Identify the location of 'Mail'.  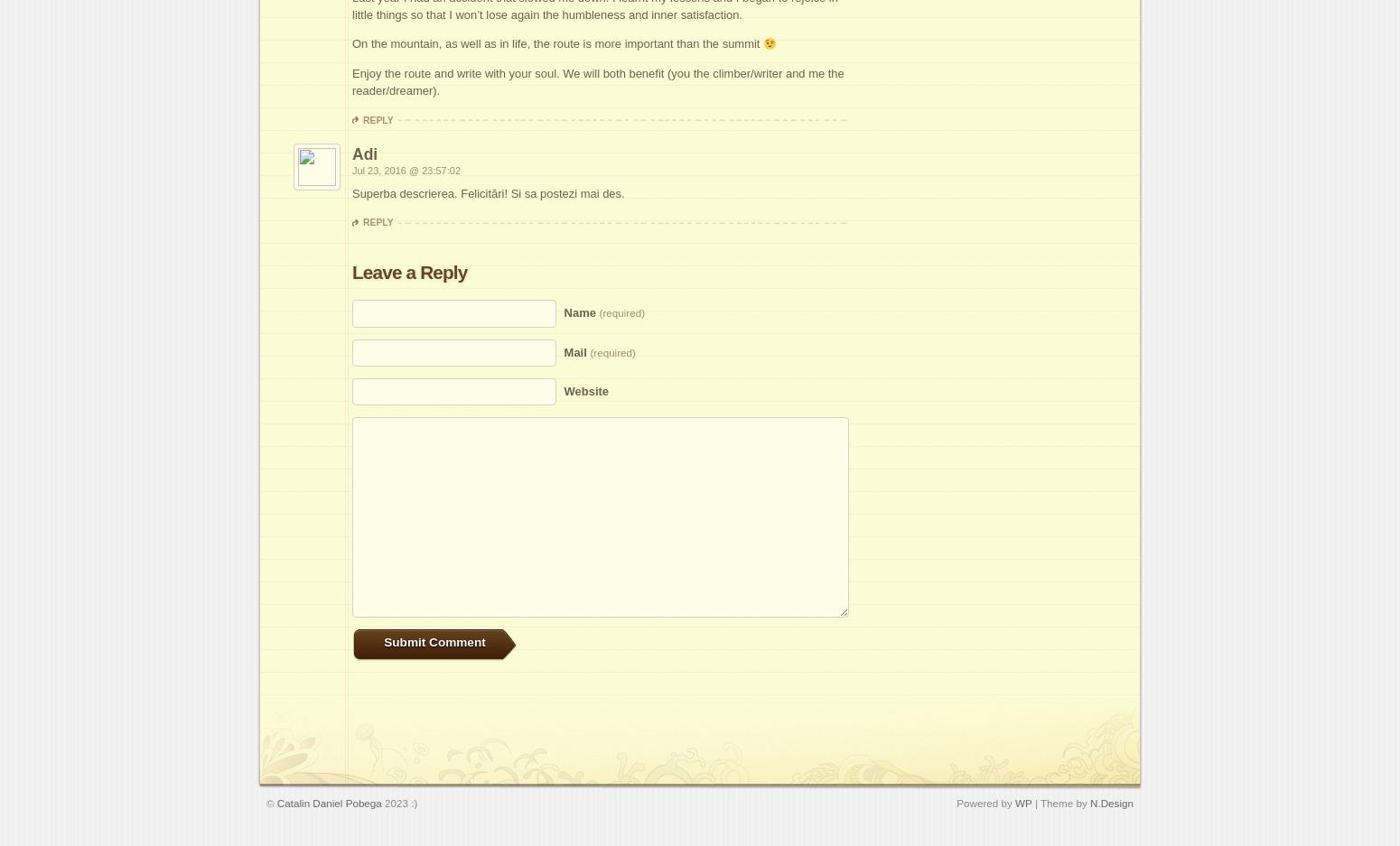
(575, 350).